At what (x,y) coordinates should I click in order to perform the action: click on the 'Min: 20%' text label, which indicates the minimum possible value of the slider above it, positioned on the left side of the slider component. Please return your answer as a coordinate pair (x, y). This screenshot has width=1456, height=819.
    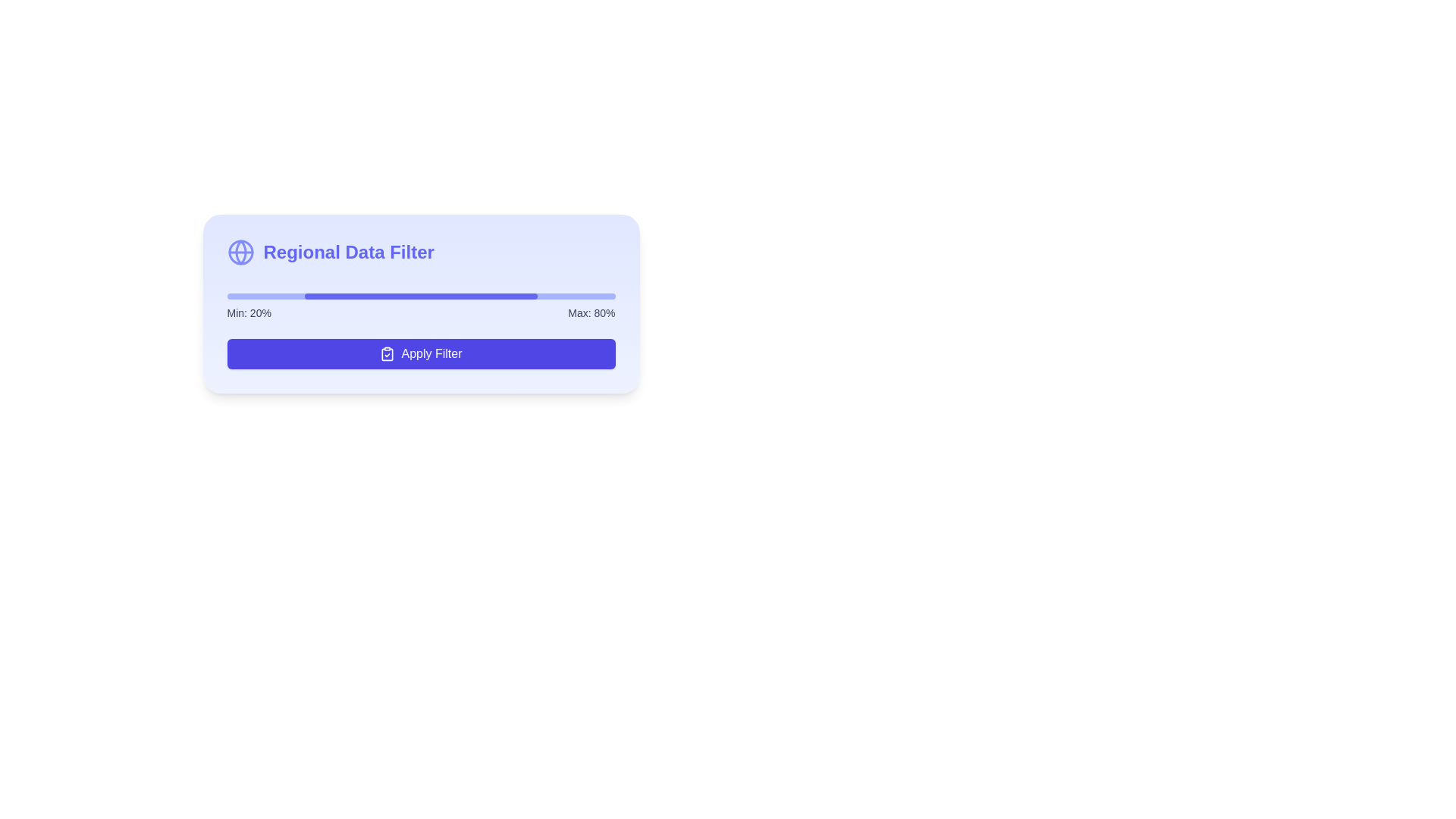
    Looking at the image, I should click on (249, 312).